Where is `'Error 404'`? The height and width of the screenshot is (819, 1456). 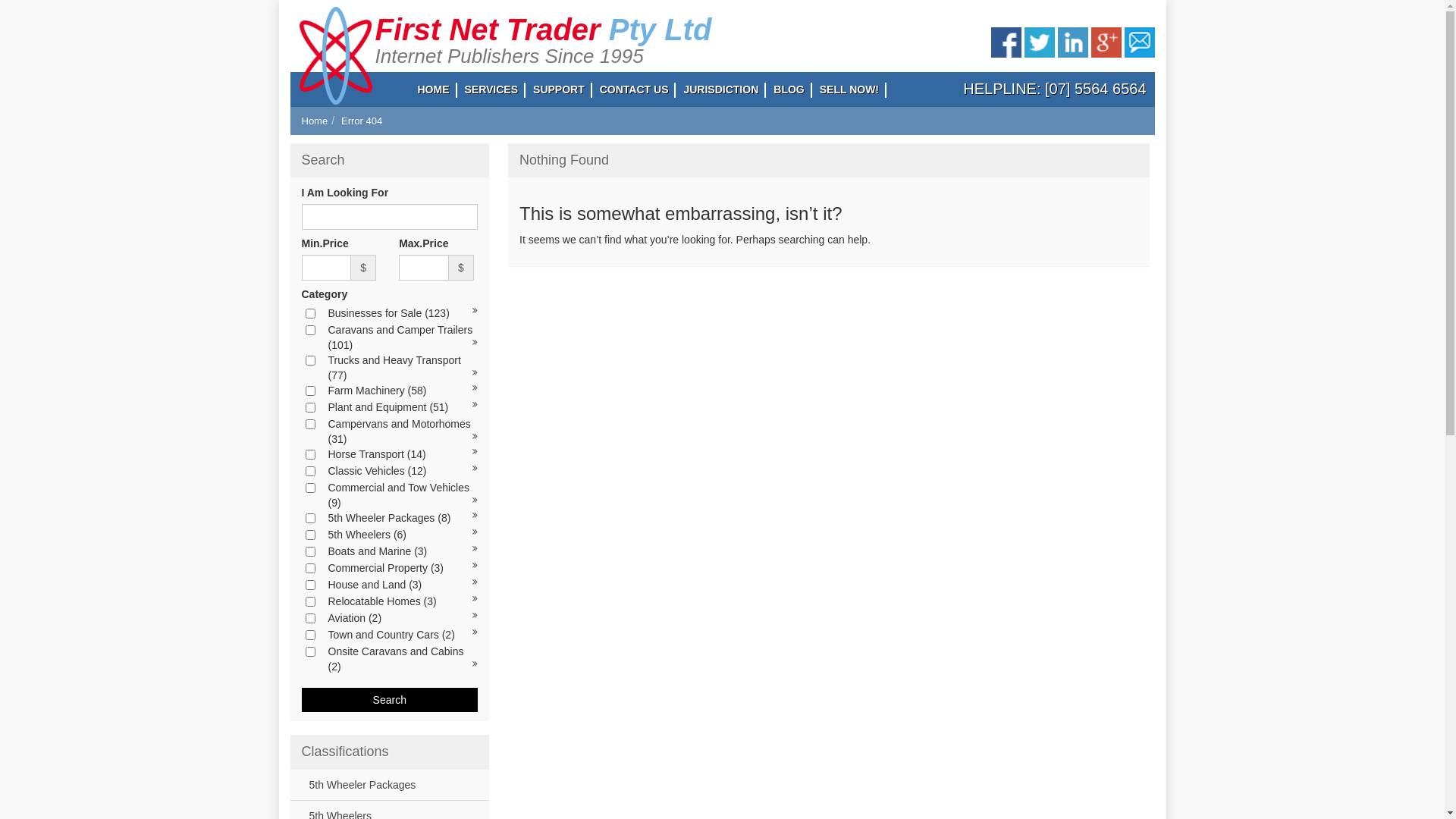 'Error 404' is located at coordinates (360, 120).